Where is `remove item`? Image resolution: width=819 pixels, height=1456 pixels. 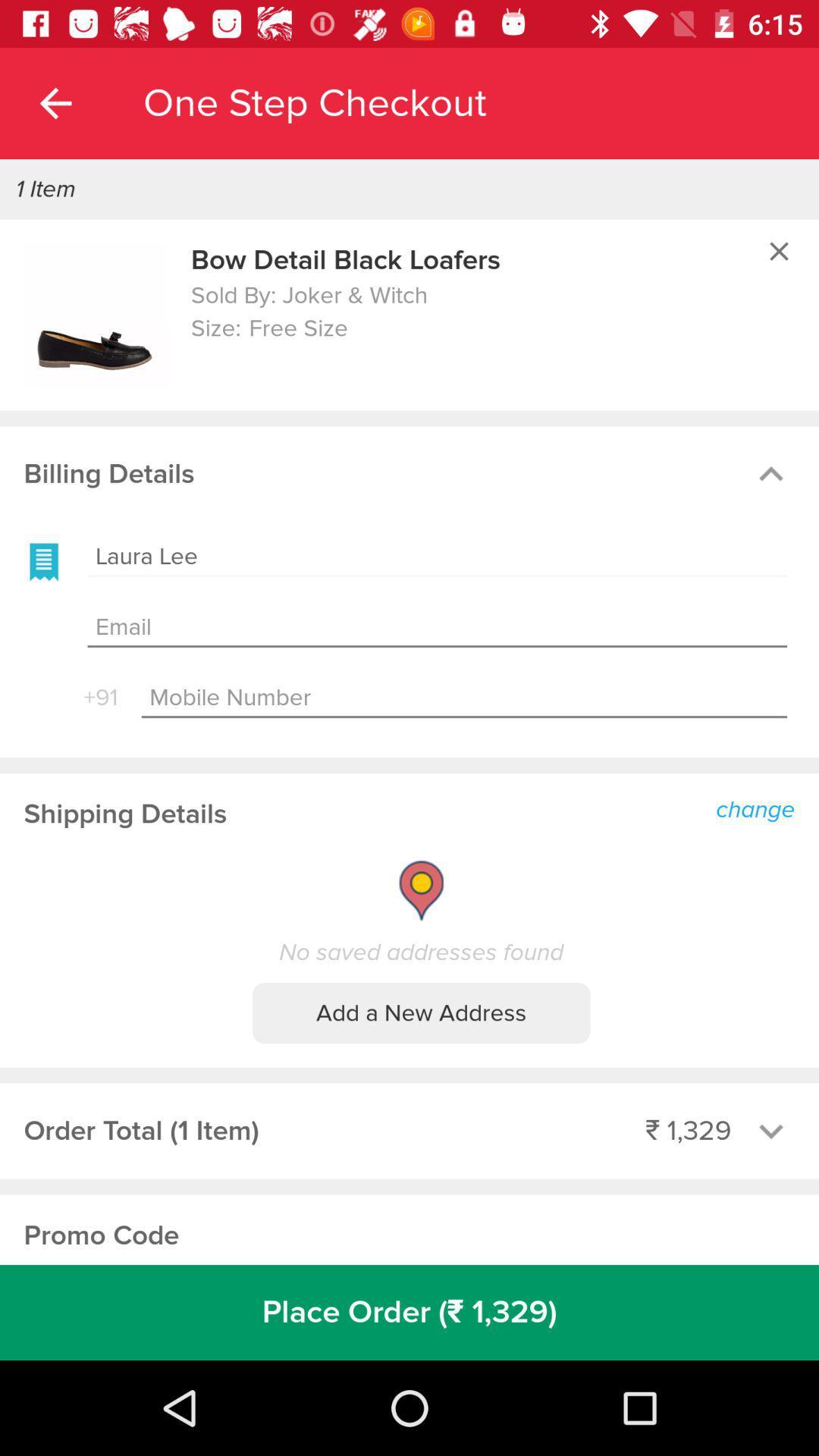 remove item is located at coordinates (779, 251).